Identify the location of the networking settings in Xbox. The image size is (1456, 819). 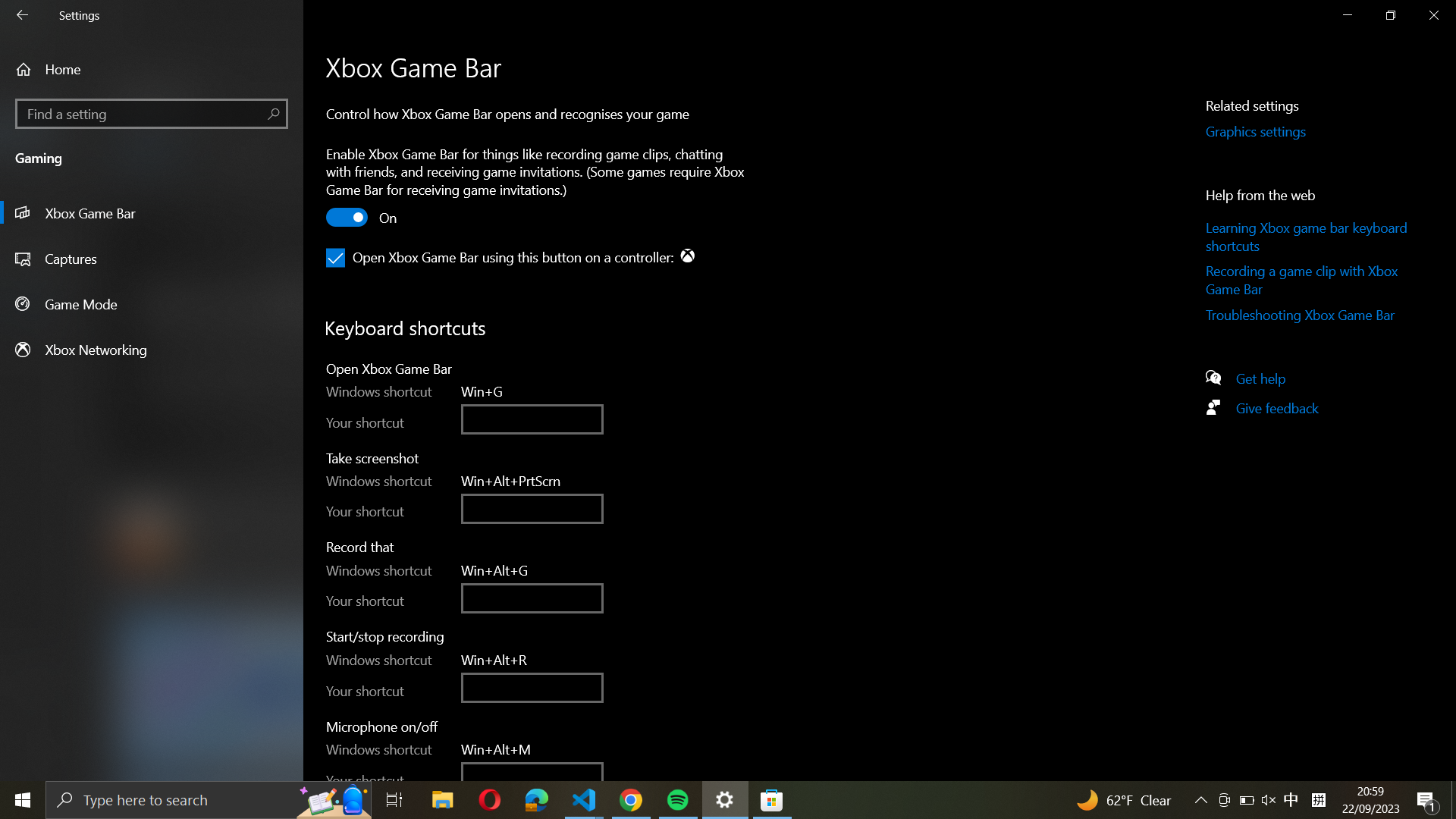
(152, 349).